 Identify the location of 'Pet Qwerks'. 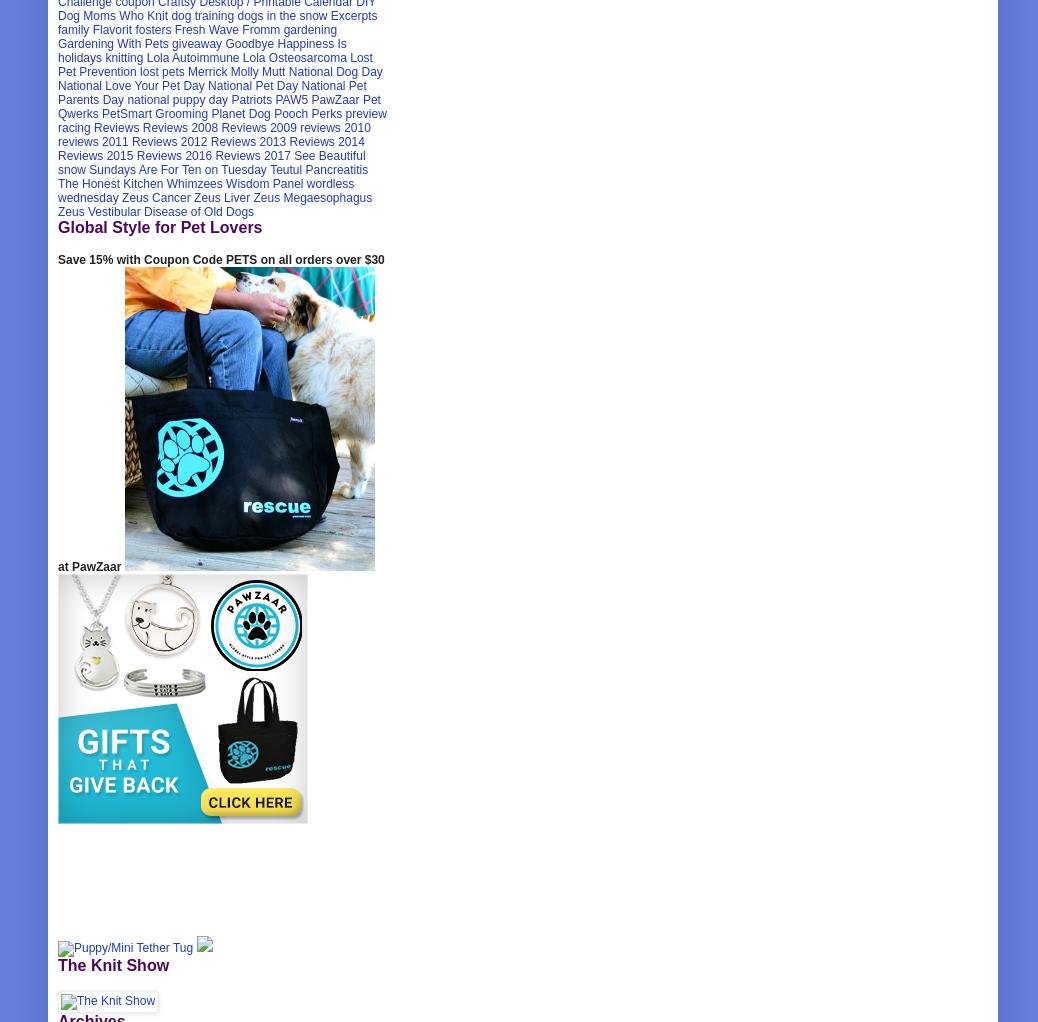
(218, 106).